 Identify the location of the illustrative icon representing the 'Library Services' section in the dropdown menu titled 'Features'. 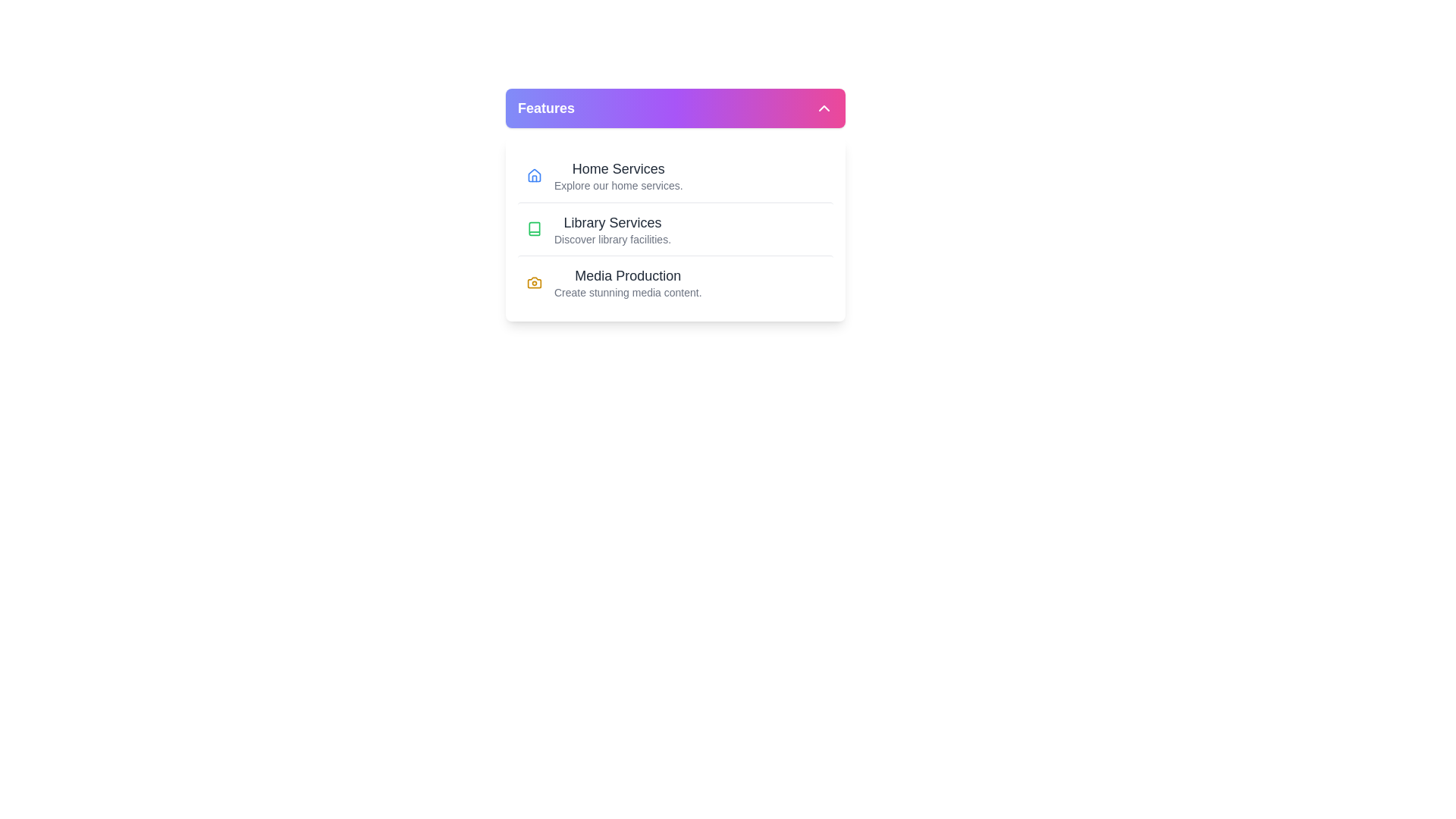
(535, 228).